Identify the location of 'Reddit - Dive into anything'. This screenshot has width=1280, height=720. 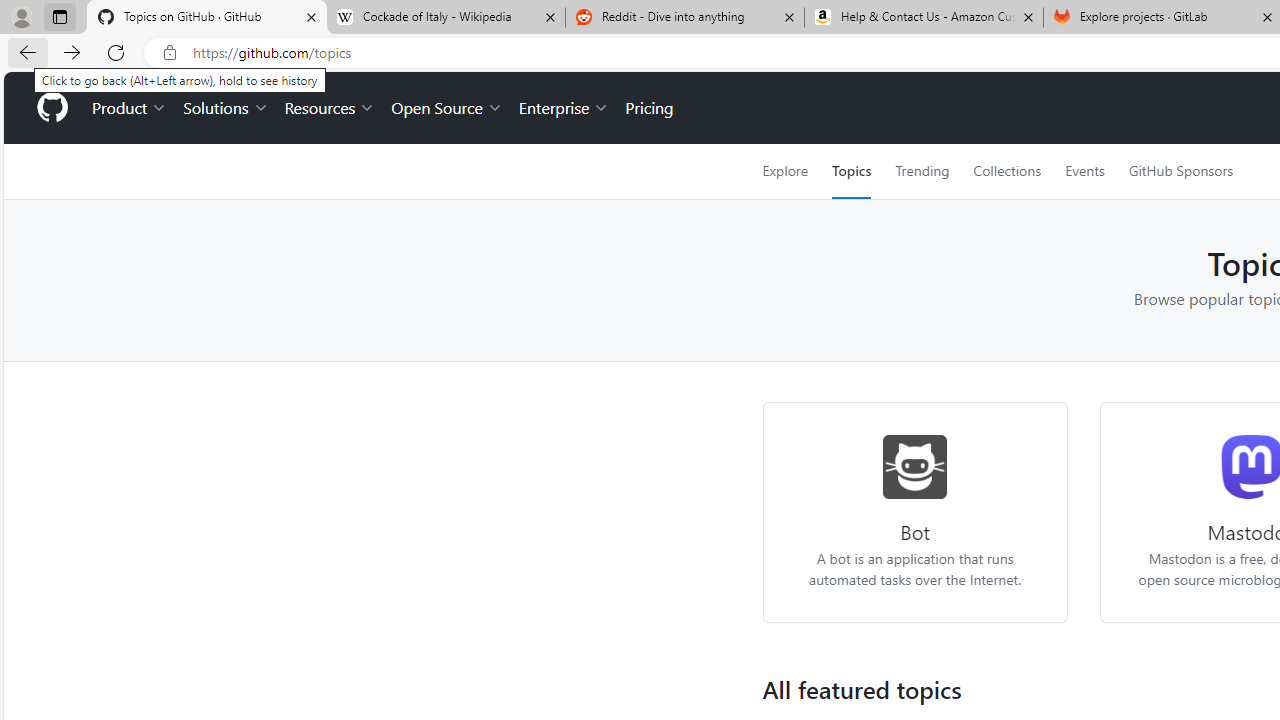
(684, 17).